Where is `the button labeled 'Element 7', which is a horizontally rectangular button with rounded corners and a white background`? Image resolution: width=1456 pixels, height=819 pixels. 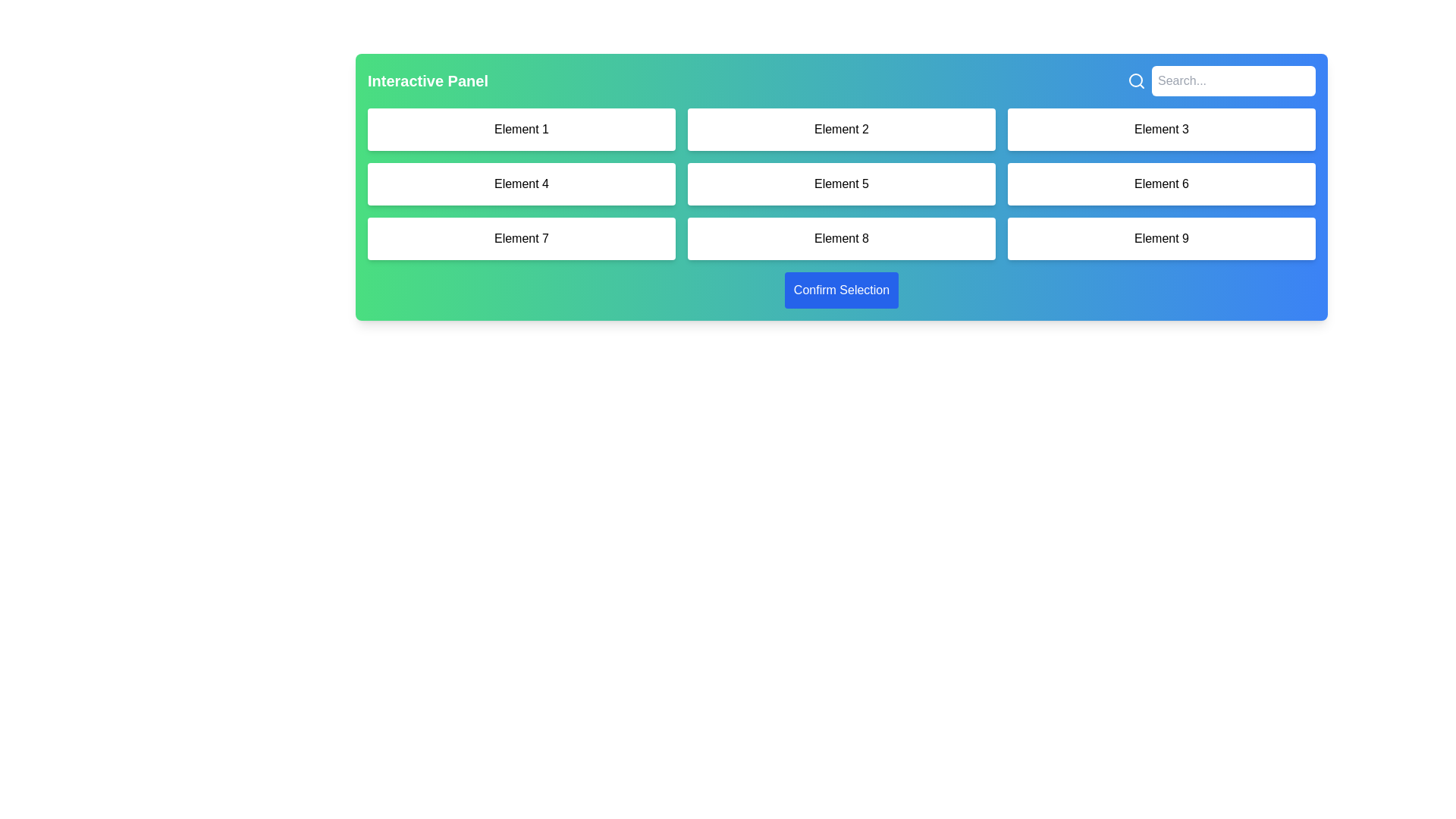 the button labeled 'Element 7', which is a horizontally rectangular button with rounded corners and a white background is located at coordinates (521, 239).